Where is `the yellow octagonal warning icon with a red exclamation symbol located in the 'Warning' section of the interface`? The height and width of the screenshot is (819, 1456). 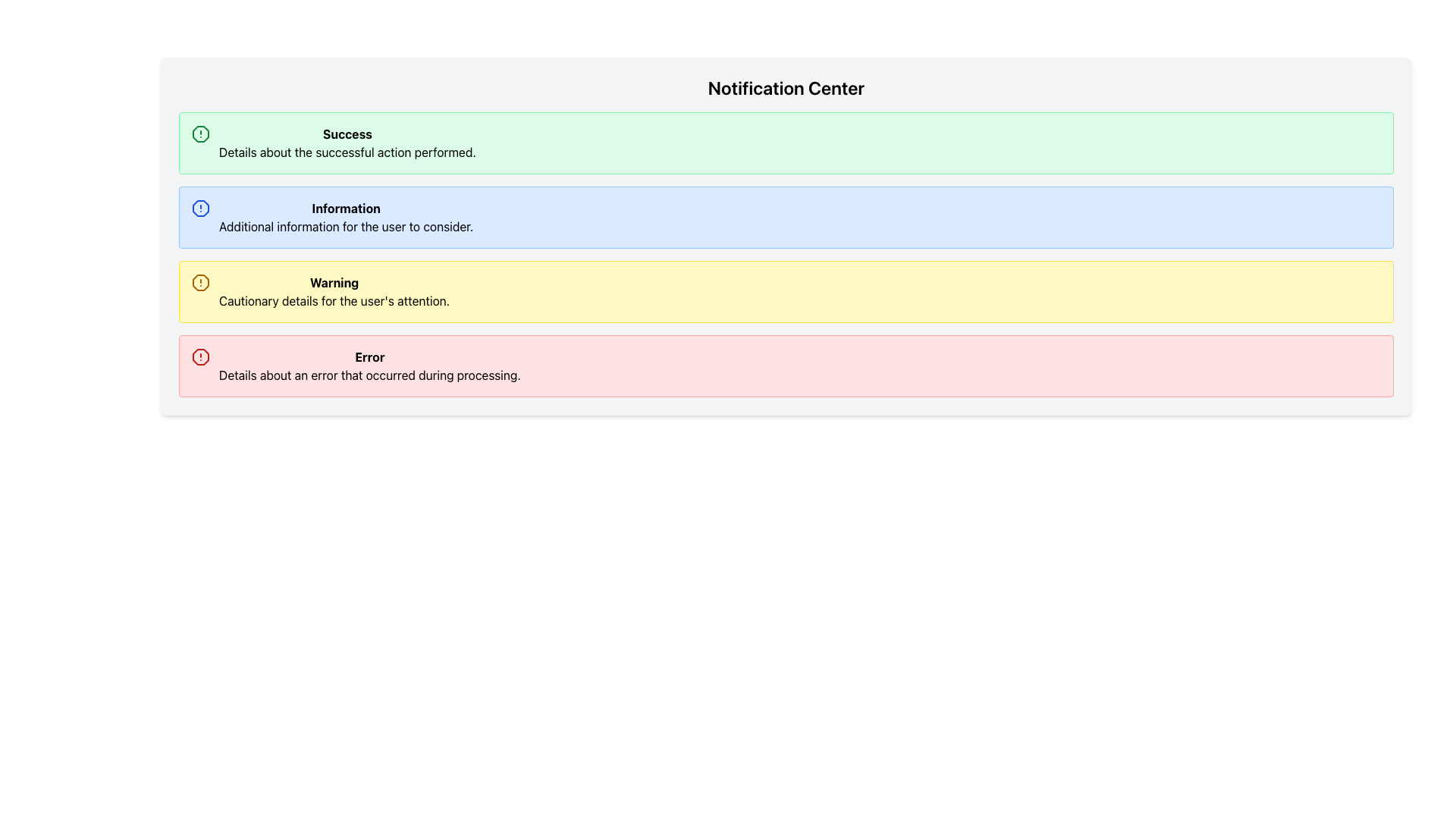
the yellow octagonal warning icon with a red exclamation symbol located in the 'Warning' section of the interface is located at coordinates (199, 283).